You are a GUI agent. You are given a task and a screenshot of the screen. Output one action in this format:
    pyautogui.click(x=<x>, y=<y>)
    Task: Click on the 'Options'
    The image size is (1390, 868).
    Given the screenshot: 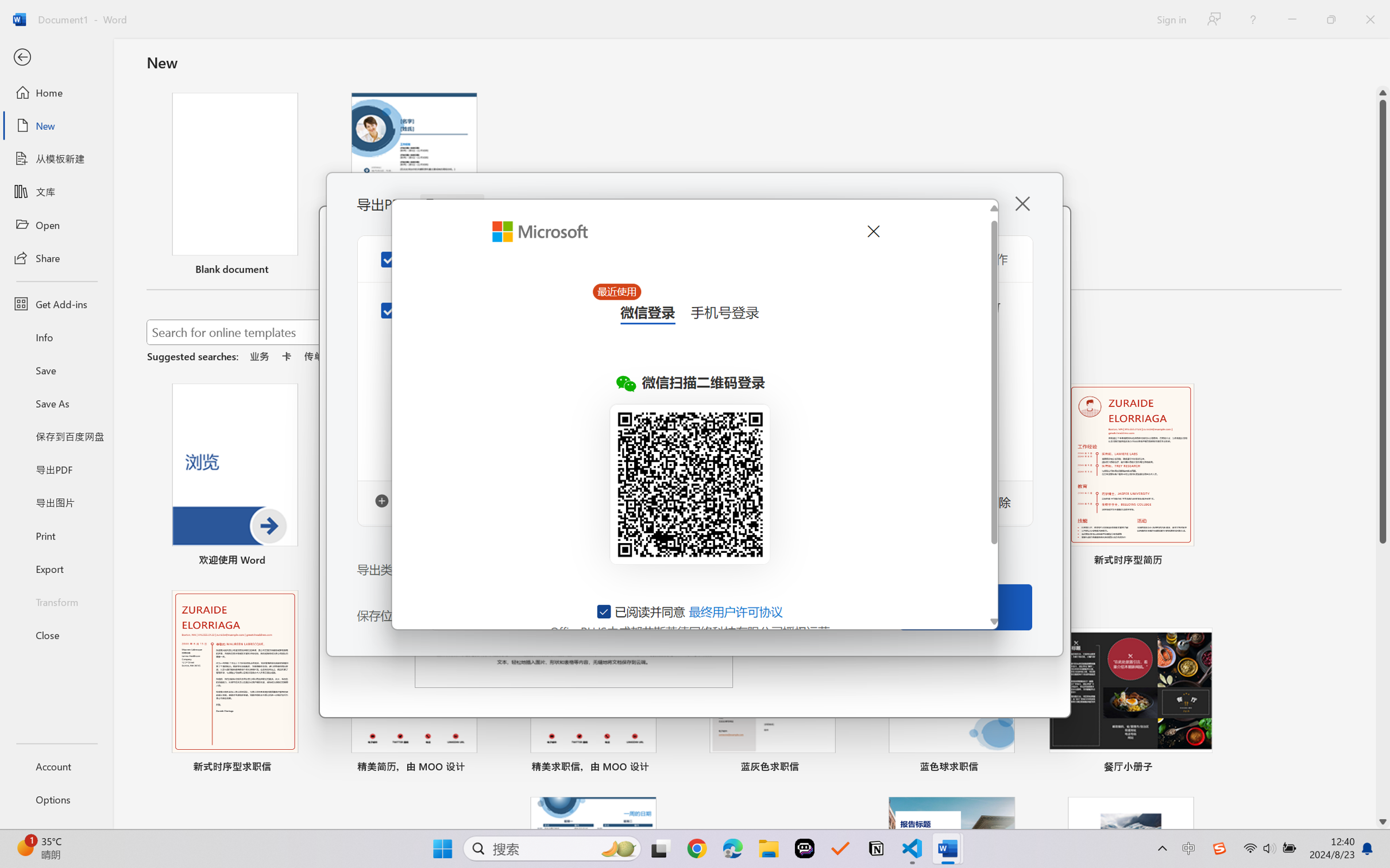 What is the action you would take?
    pyautogui.click(x=56, y=799)
    